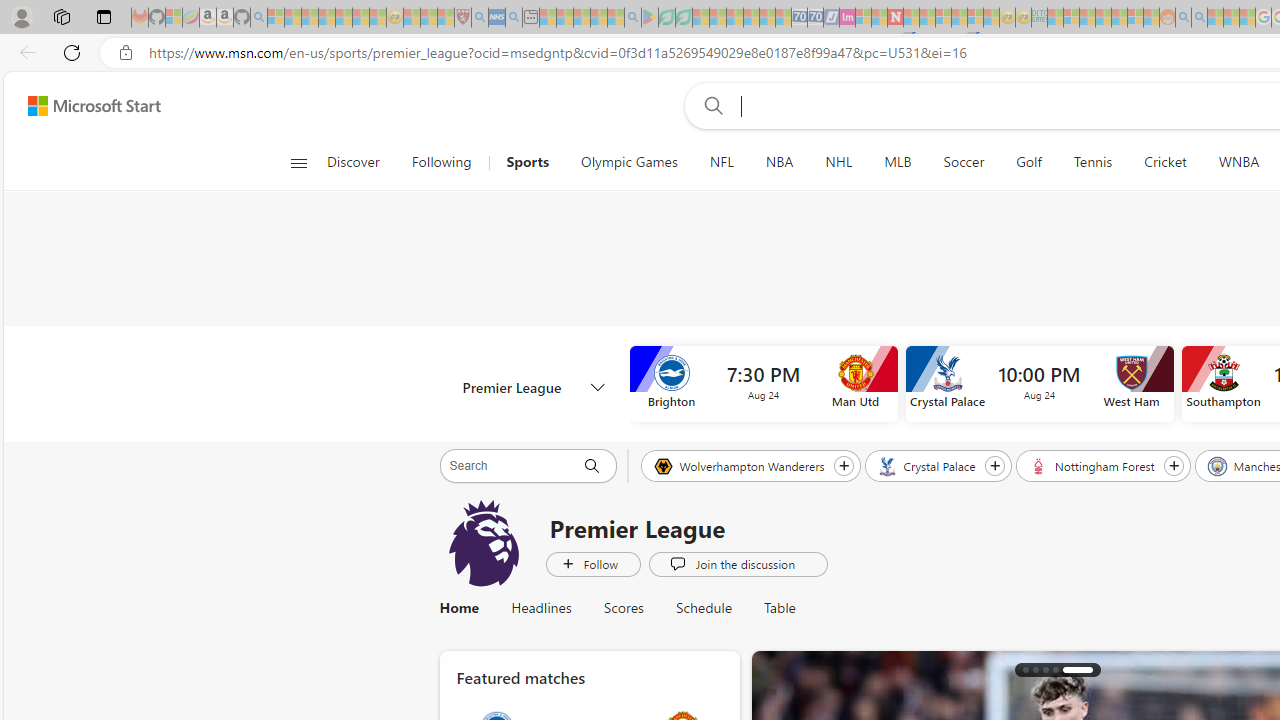 The height and width of the screenshot is (720, 1280). What do you see at coordinates (628, 162) in the screenshot?
I see `'Olympic Games'` at bounding box center [628, 162].